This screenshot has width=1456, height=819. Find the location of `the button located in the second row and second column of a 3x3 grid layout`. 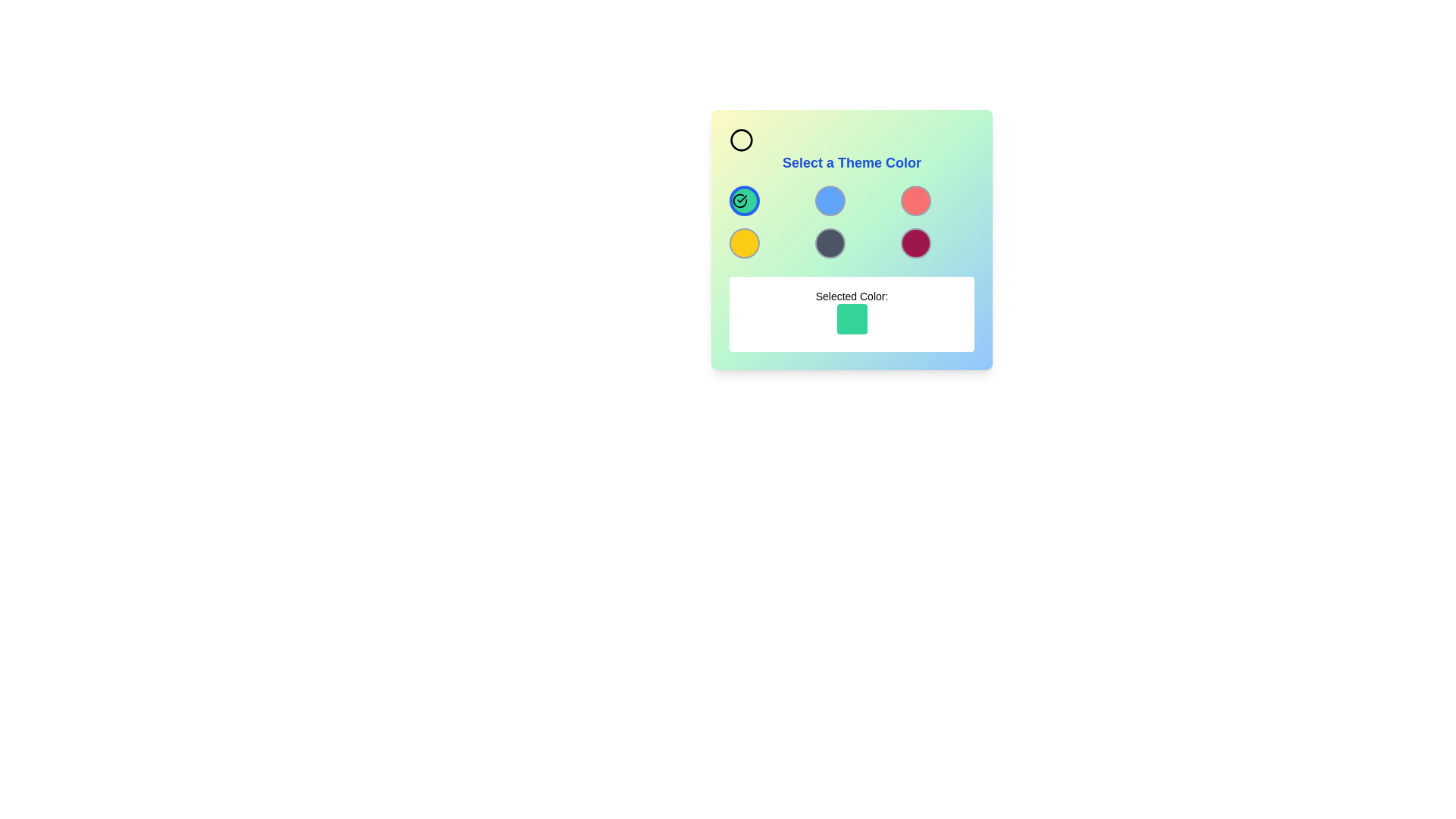

the button located in the second row and second column of a 3x3 grid layout is located at coordinates (829, 242).